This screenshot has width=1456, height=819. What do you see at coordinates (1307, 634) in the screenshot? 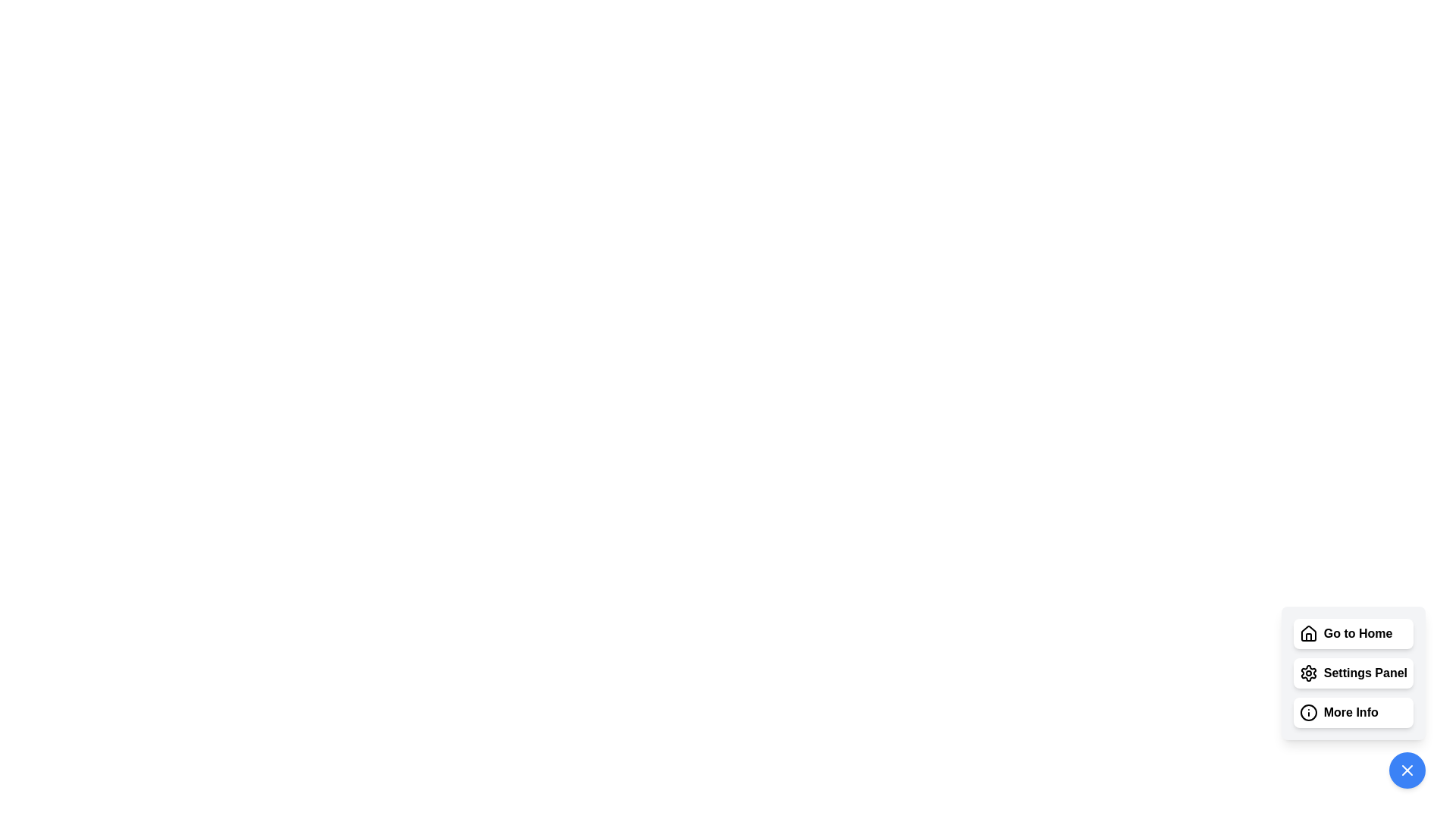
I see `the house icon within the 'Go to Home' button` at bounding box center [1307, 634].